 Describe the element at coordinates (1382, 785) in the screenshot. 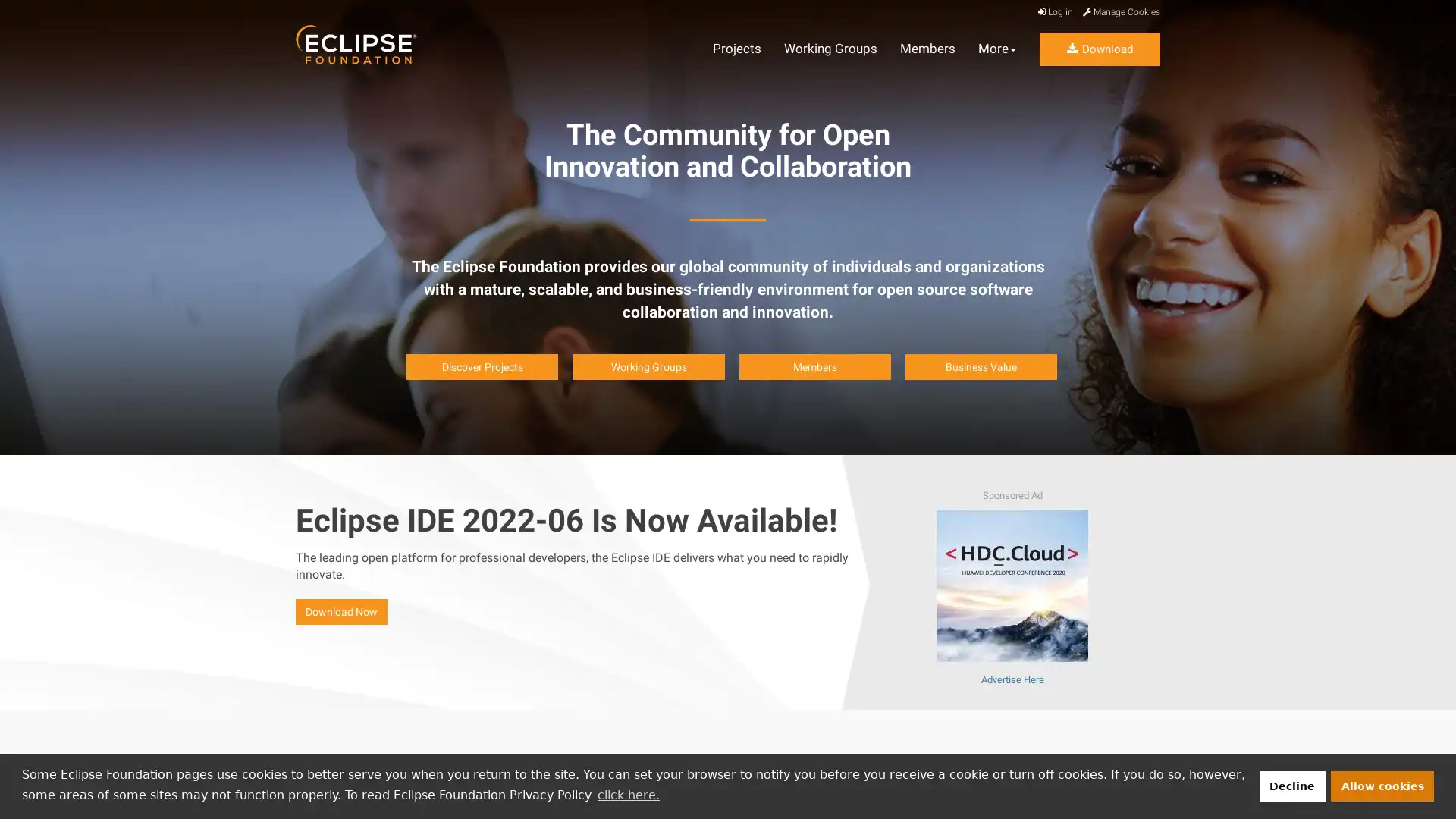

I see `allow cookies` at that location.